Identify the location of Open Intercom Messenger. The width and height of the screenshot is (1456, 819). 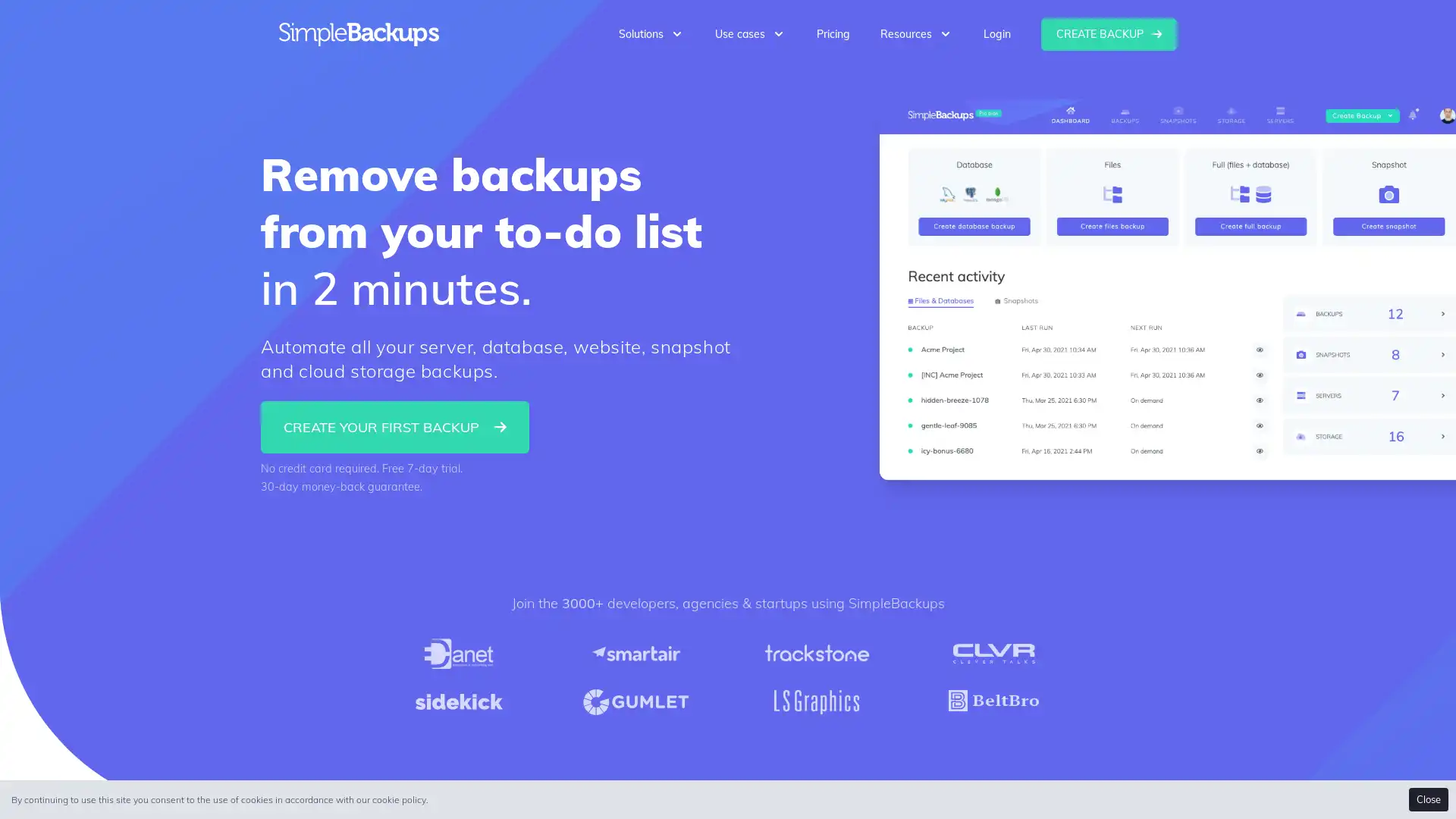
(1417, 758).